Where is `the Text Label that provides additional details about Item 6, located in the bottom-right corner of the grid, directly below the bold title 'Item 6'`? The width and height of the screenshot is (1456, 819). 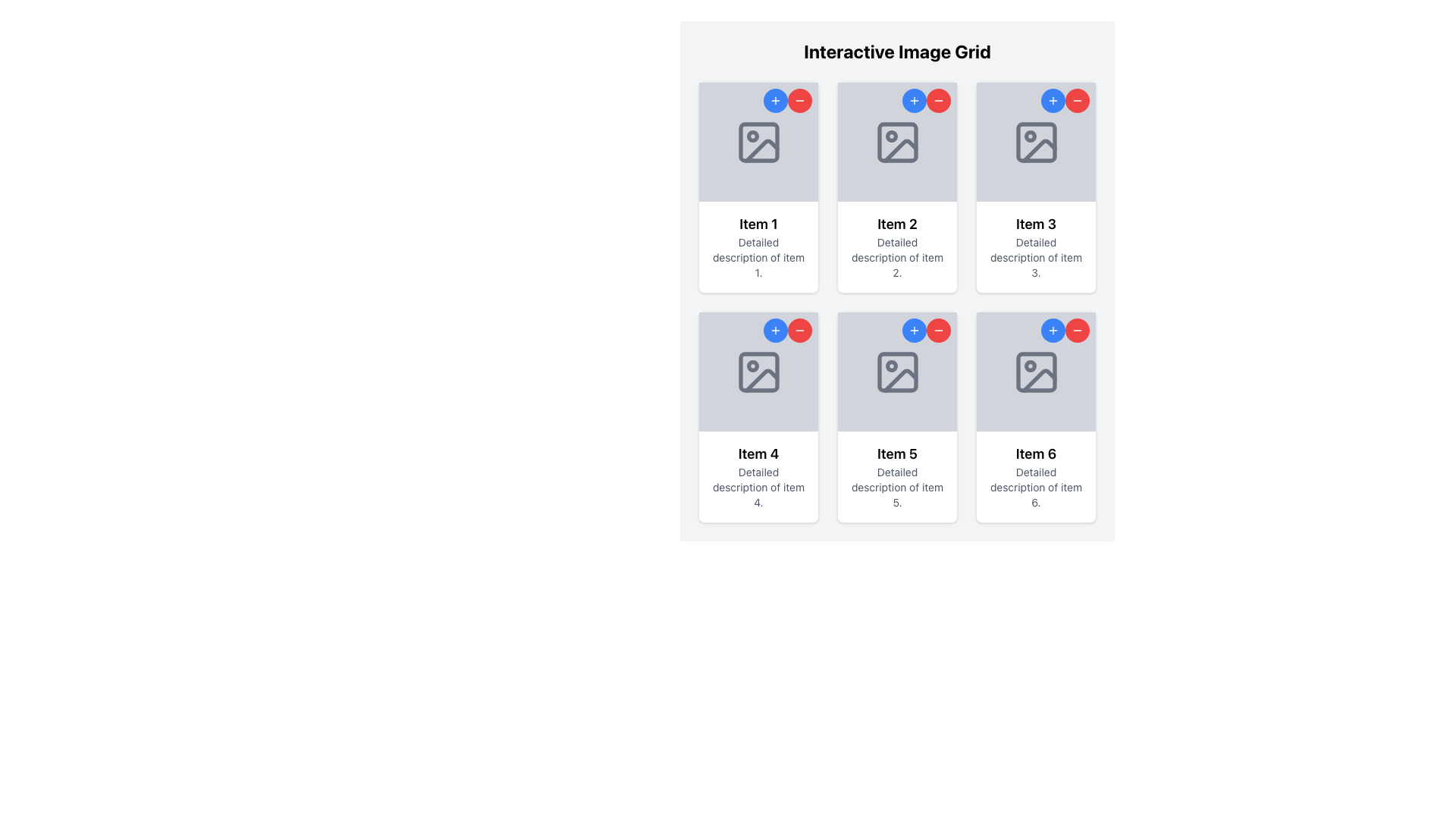 the Text Label that provides additional details about Item 6, located in the bottom-right corner of the grid, directly below the bold title 'Item 6' is located at coordinates (1035, 488).